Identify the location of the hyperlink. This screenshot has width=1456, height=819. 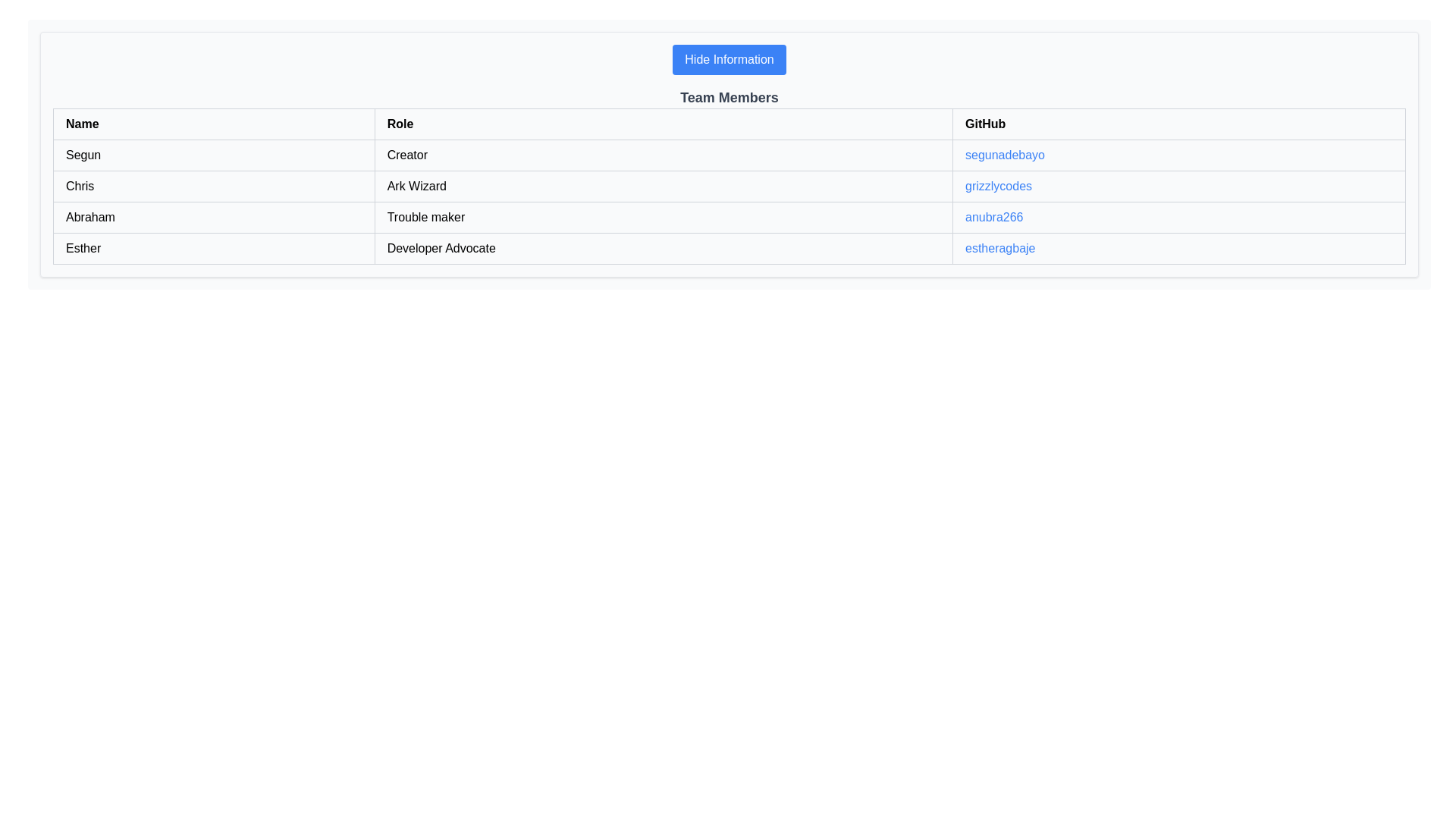
(994, 217).